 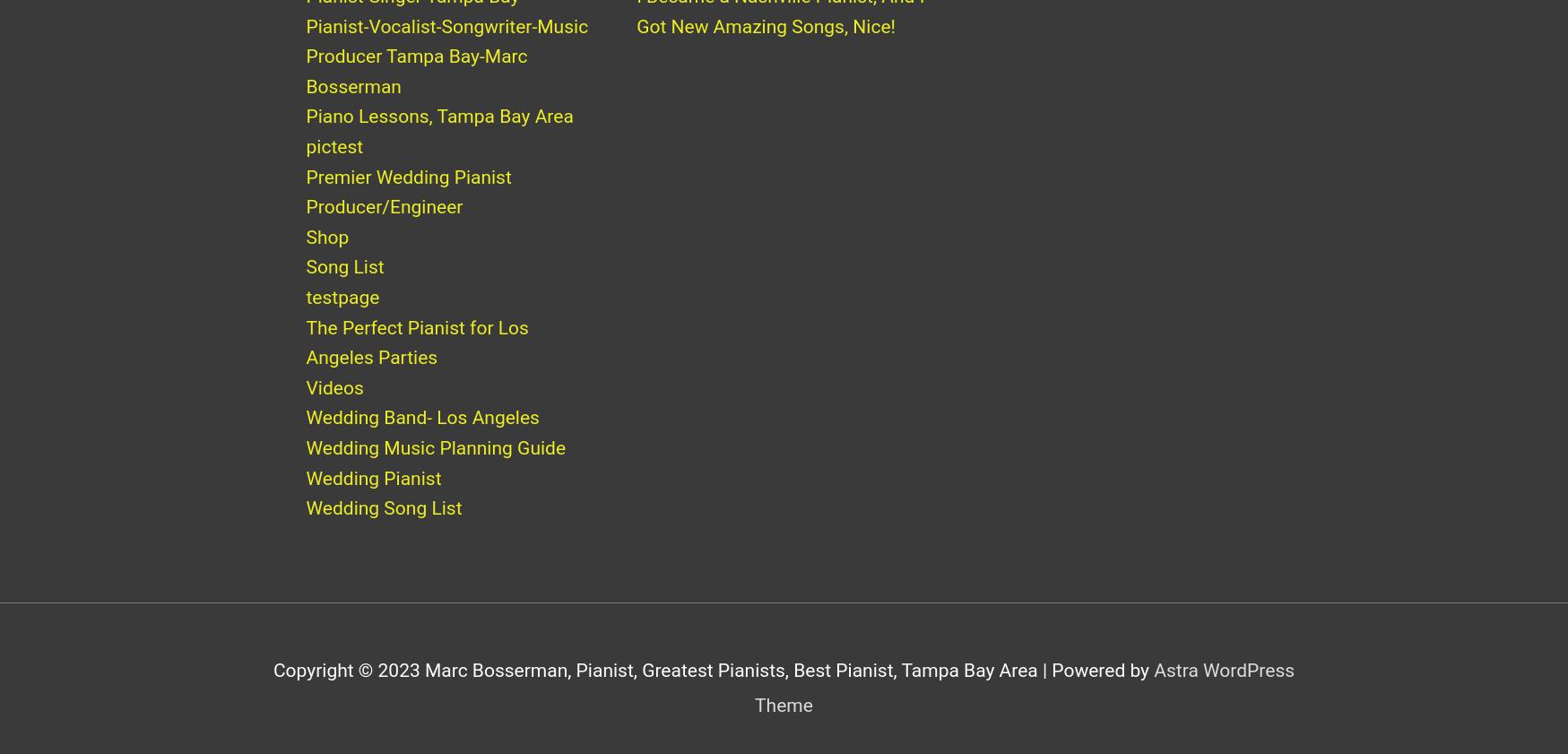 What do you see at coordinates (306, 436) in the screenshot?
I see `'Wedding Band- Los Angeles'` at bounding box center [306, 436].